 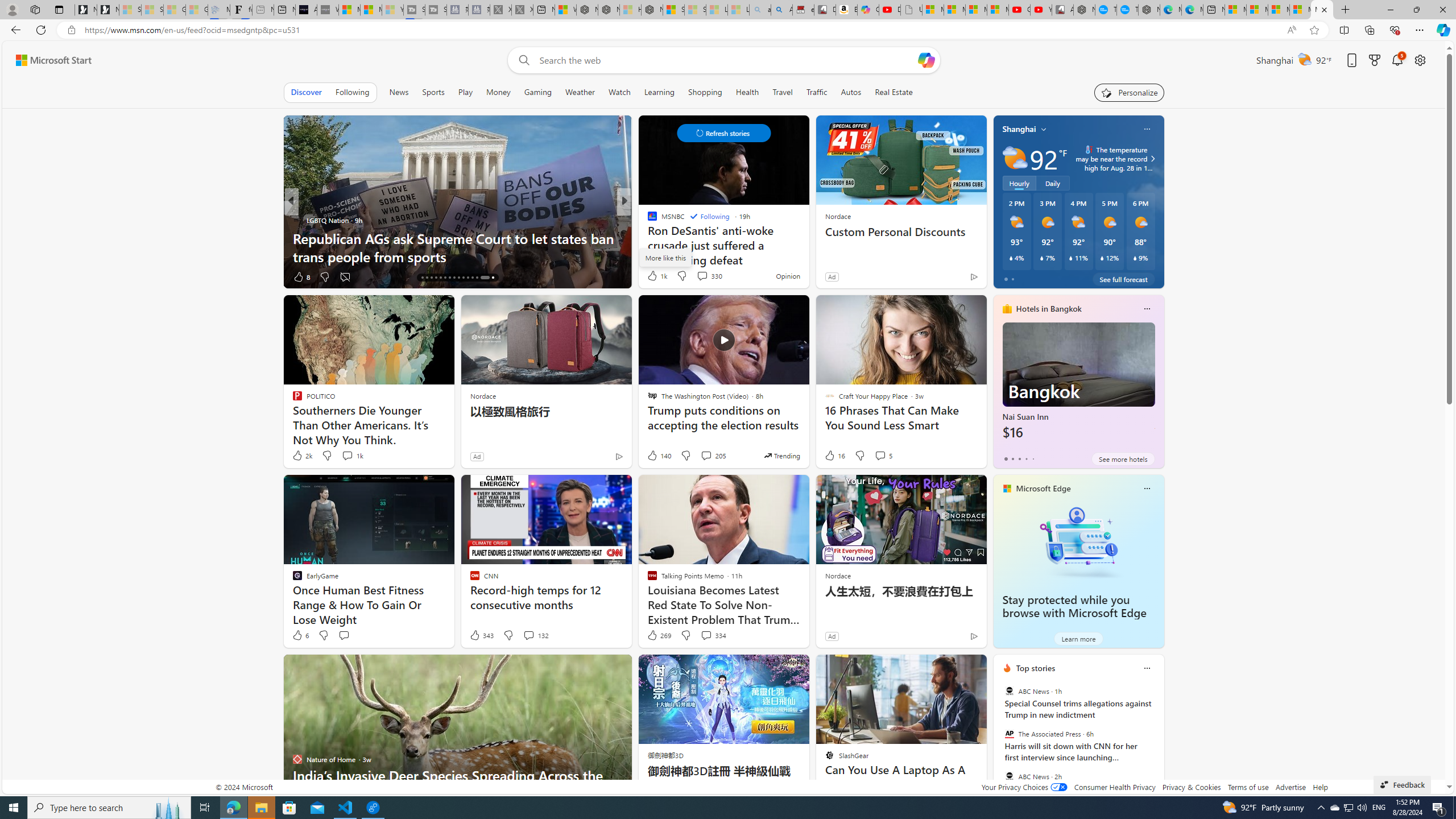 What do you see at coordinates (296, 220) in the screenshot?
I see `'LGBTQ Nation'` at bounding box center [296, 220].